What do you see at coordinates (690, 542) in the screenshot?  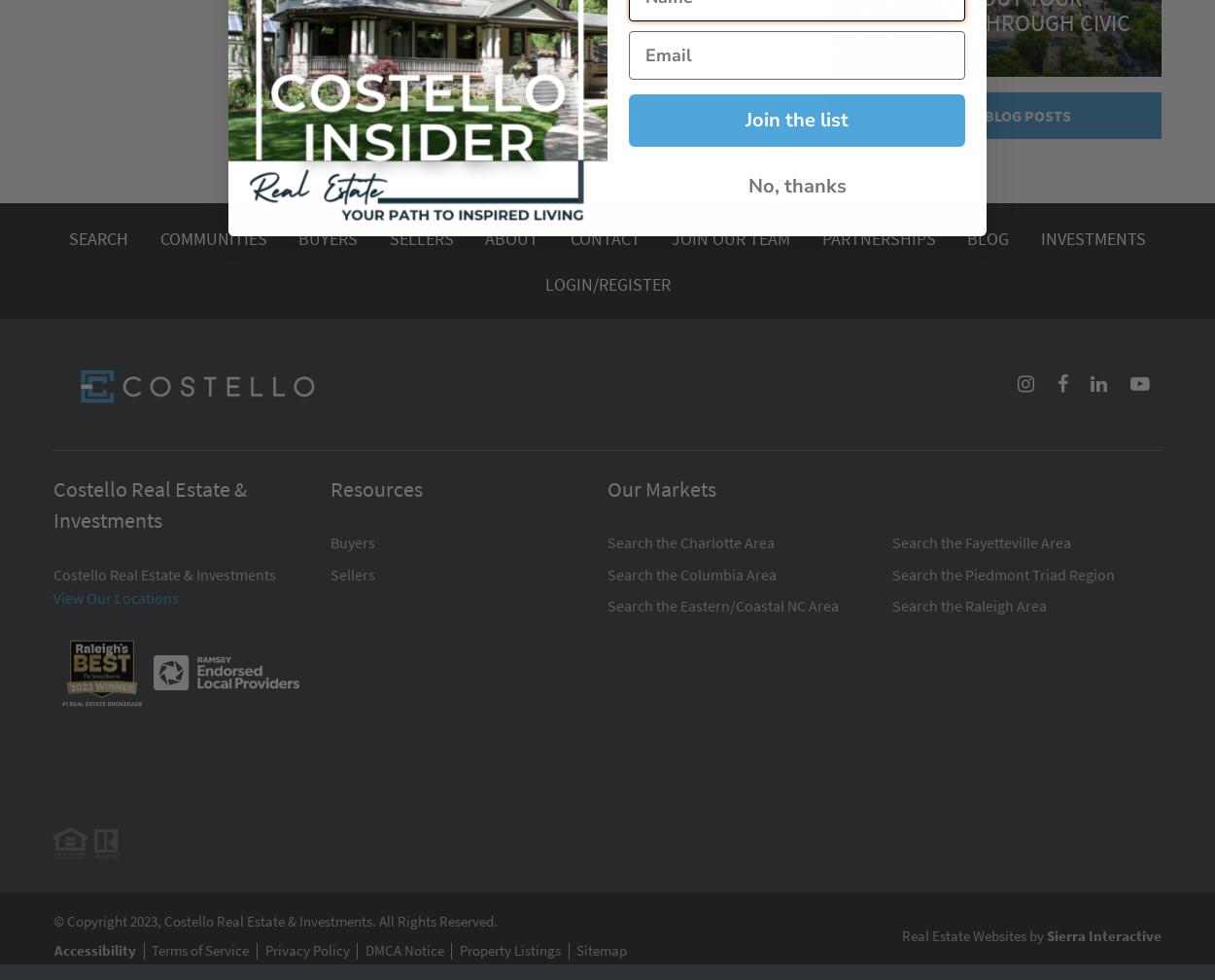 I see `'Search the Charlotte Area'` at bounding box center [690, 542].